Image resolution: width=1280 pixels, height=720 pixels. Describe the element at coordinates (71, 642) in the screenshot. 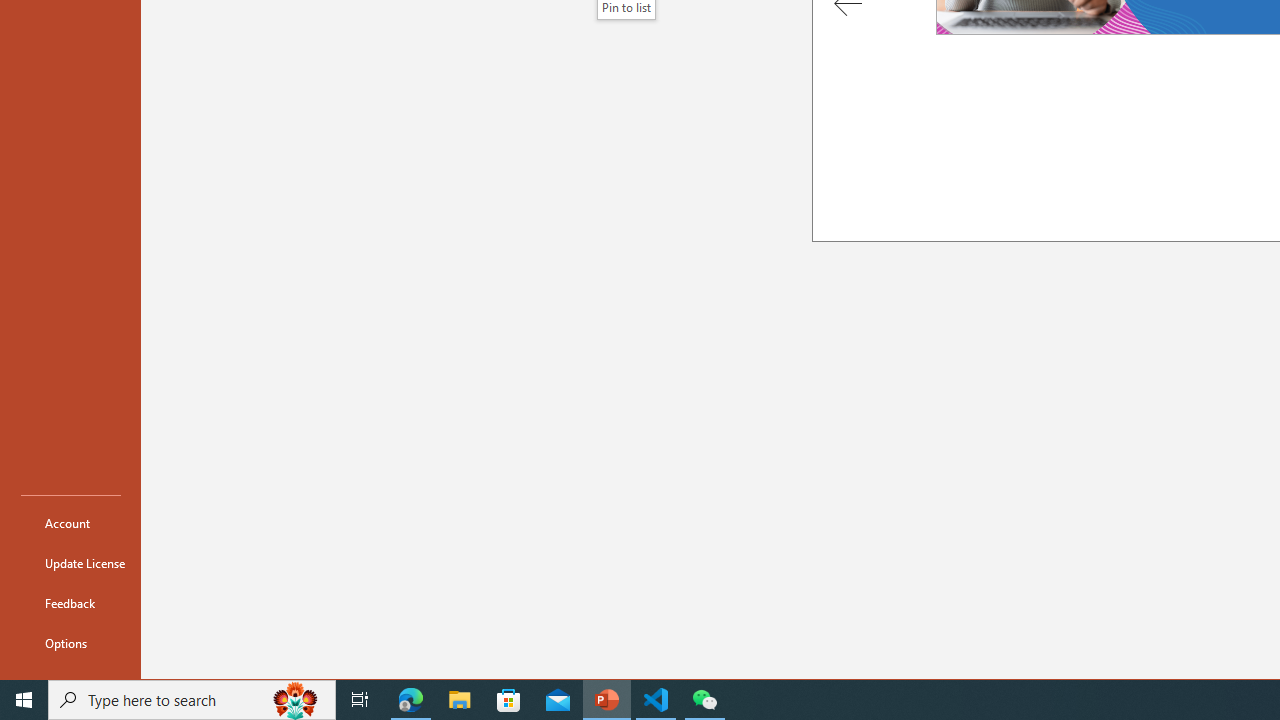

I see `'Options'` at that location.